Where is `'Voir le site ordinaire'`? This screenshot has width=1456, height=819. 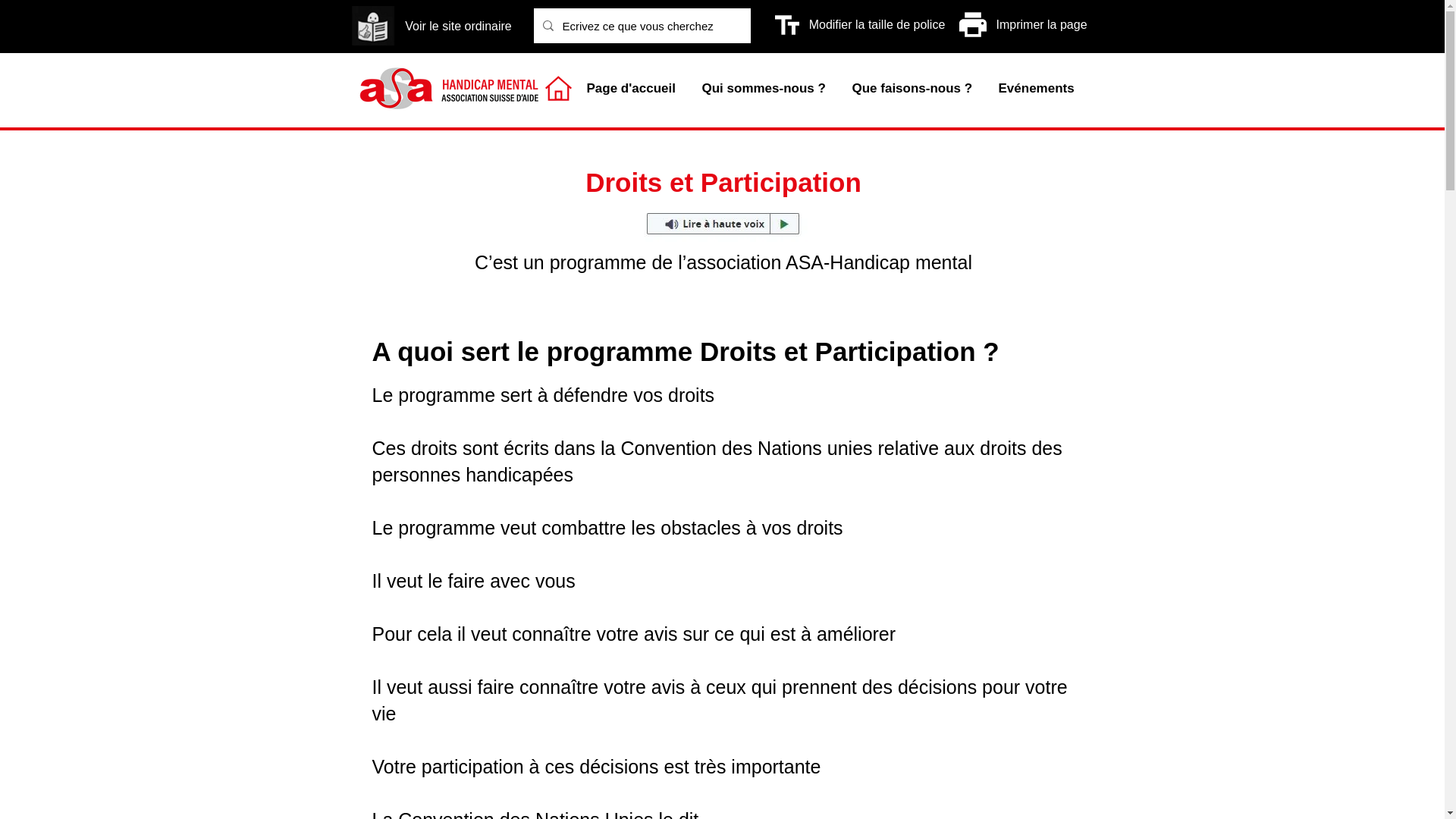
'Voir le site ordinaire' is located at coordinates (457, 26).